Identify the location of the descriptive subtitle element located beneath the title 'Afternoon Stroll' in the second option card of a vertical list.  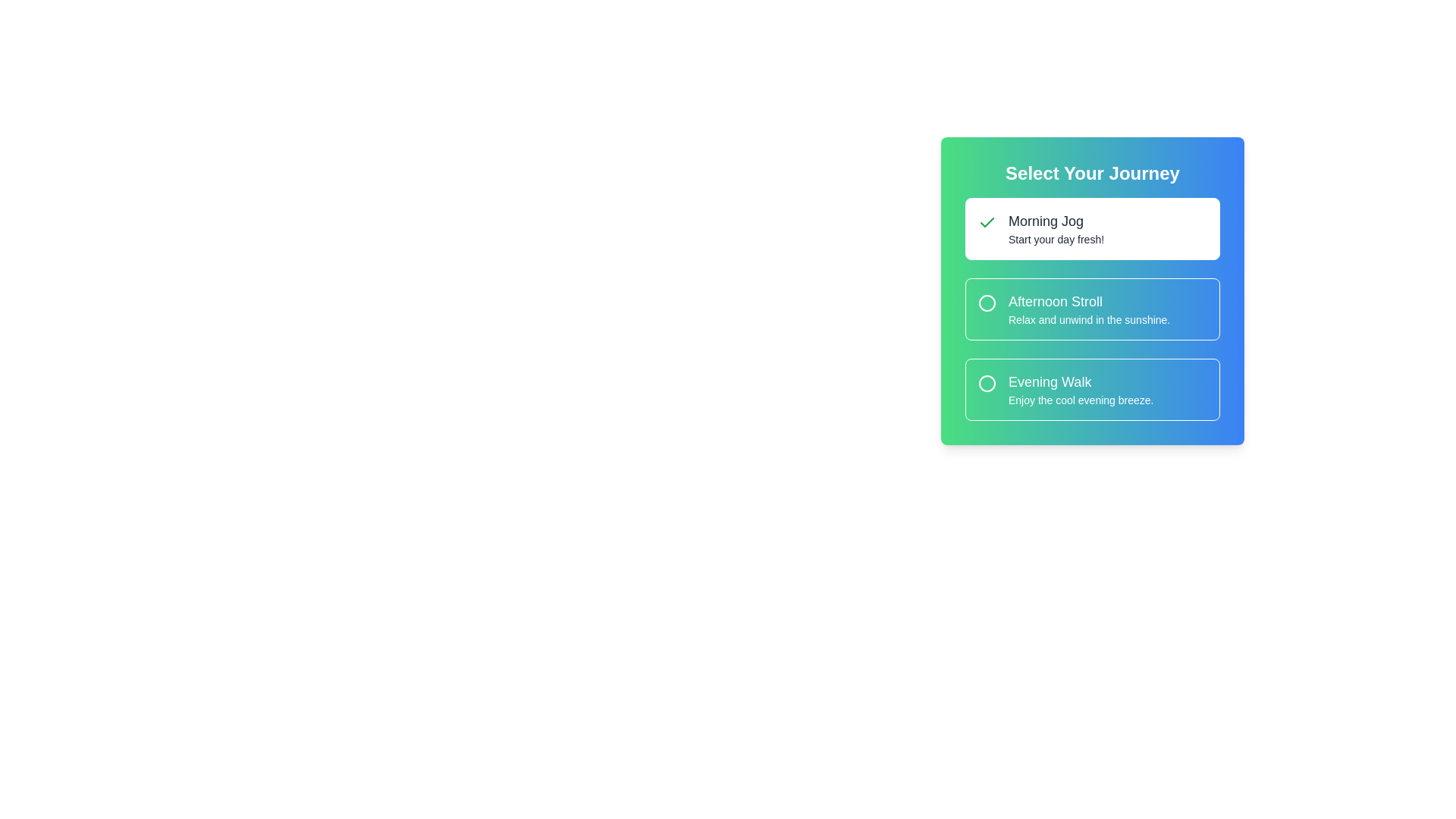
(1088, 318).